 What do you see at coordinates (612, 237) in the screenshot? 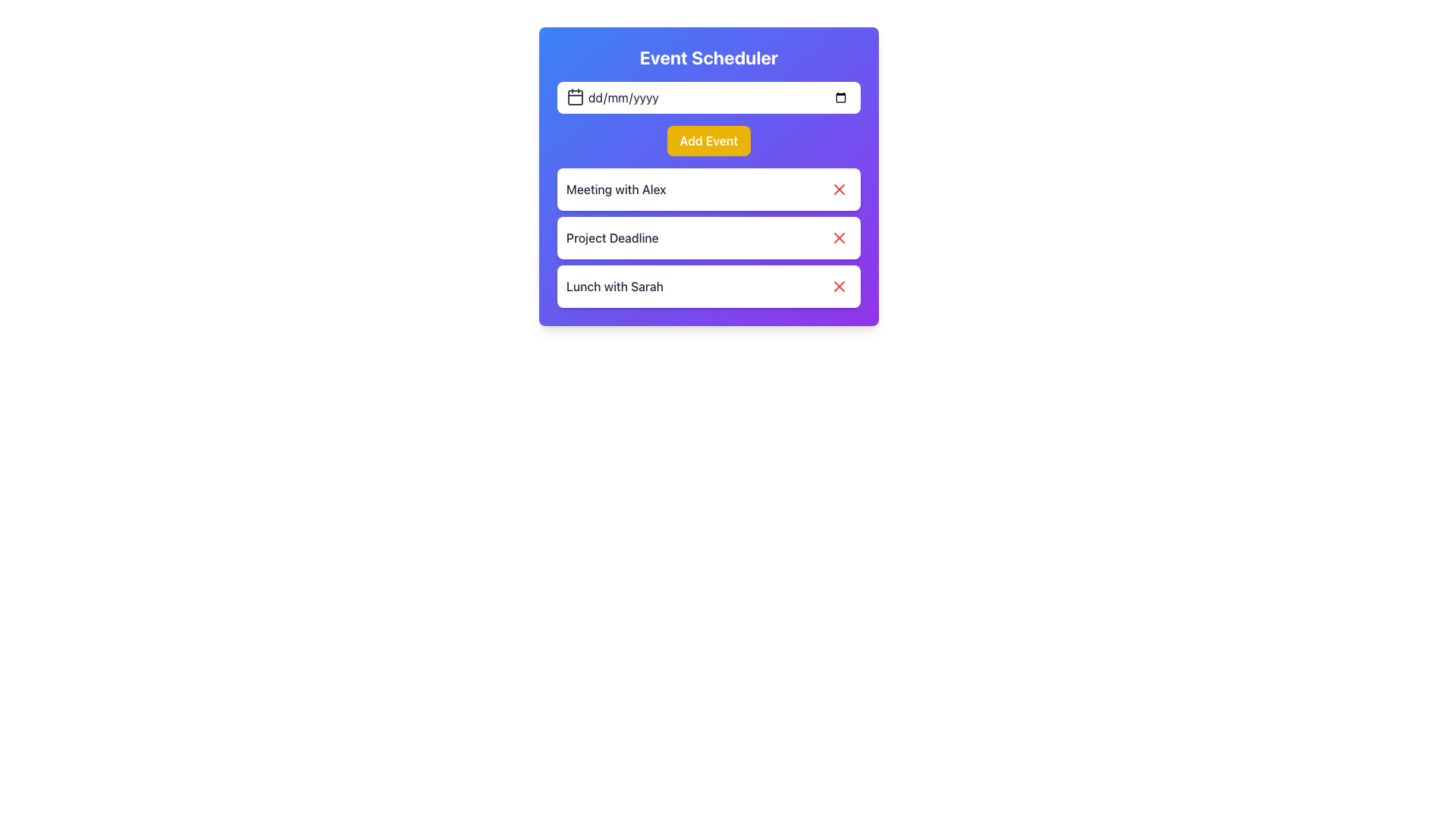
I see `the non-interactive label representing the title of an event or task in the middle list item of the 'Event Scheduler' interface` at bounding box center [612, 237].